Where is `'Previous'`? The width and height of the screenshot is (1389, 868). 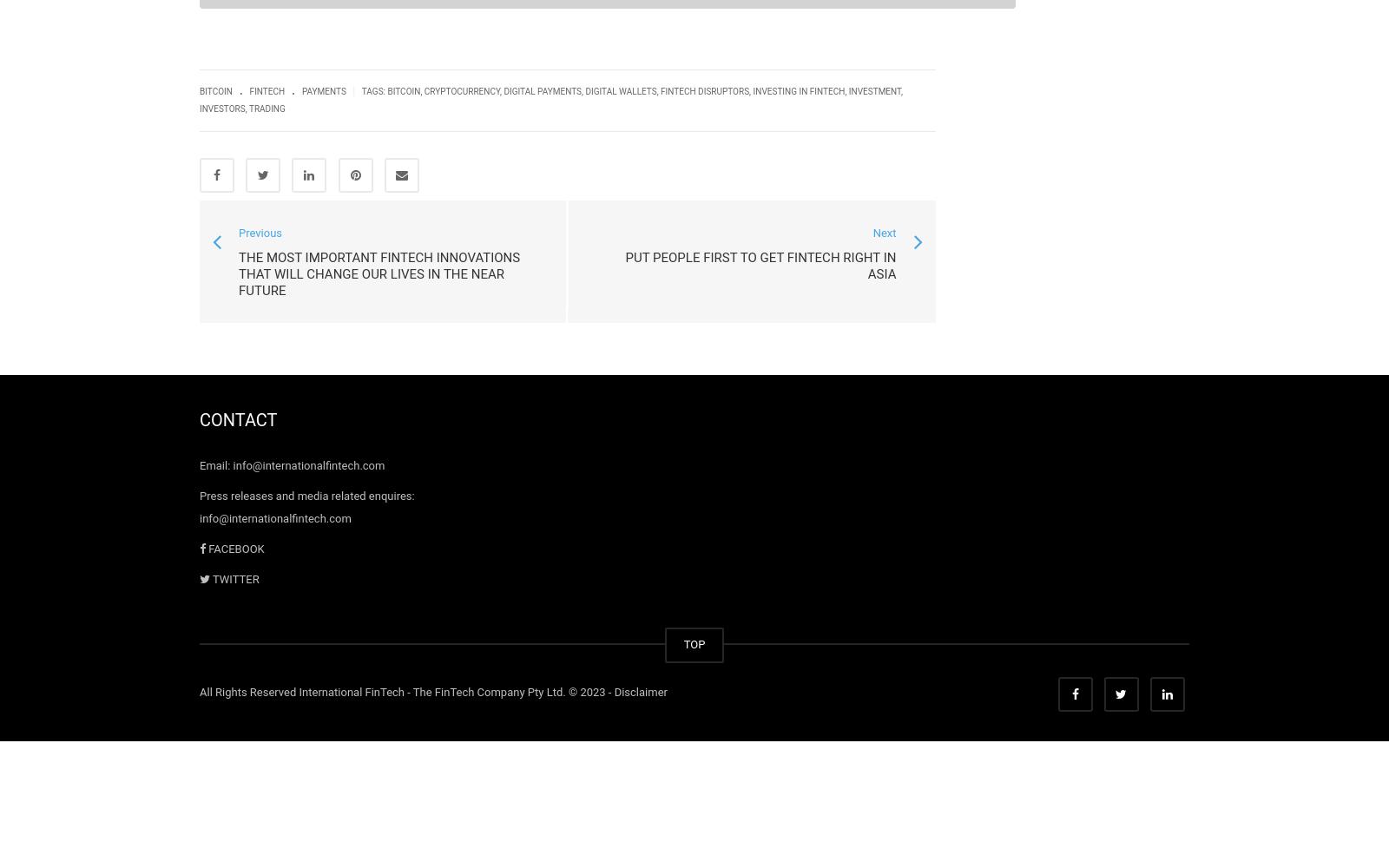 'Previous' is located at coordinates (239, 233).